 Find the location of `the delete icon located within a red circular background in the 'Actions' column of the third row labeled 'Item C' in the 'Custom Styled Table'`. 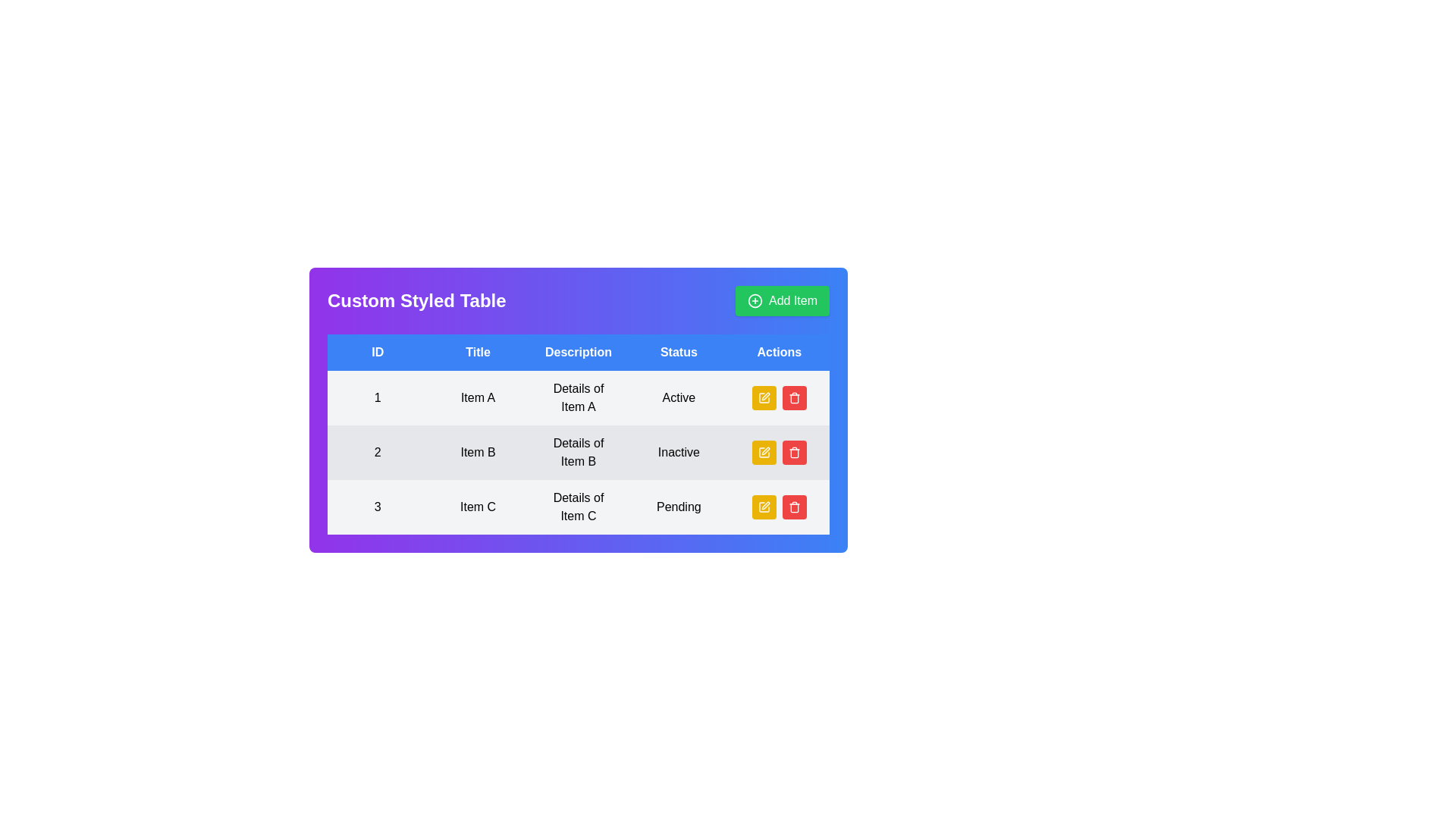

the delete icon located within a red circular background in the 'Actions' column of the third row labeled 'Item C' in the 'Custom Styled Table' is located at coordinates (793, 507).